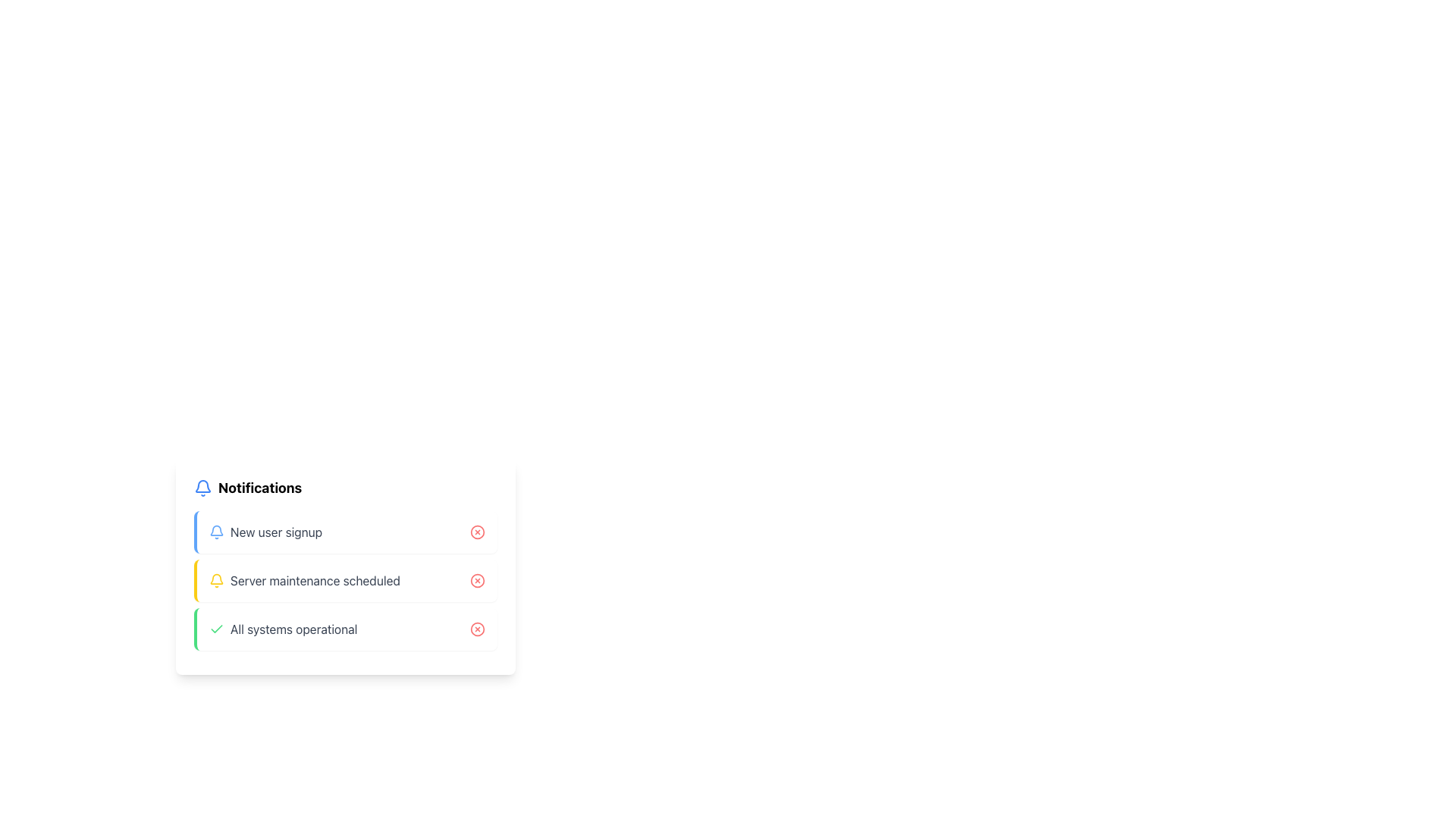  Describe the element at coordinates (216, 580) in the screenshot. I see `the yellow bell icon located to the left of the text 'Server maintenance scheduled'` at that location.